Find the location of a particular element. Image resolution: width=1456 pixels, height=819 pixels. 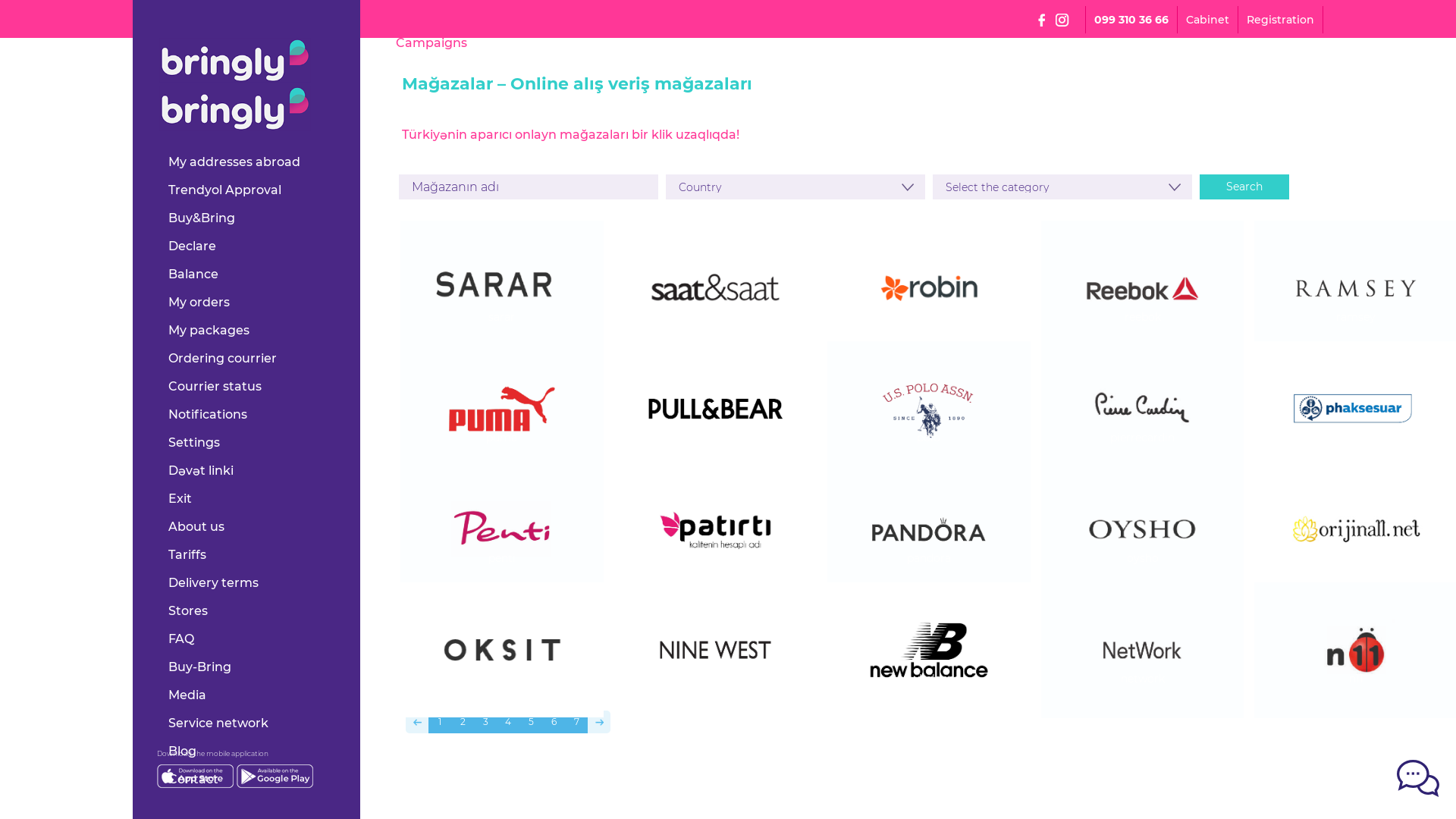

'Campaigns' is located at coordinates (431, 42).